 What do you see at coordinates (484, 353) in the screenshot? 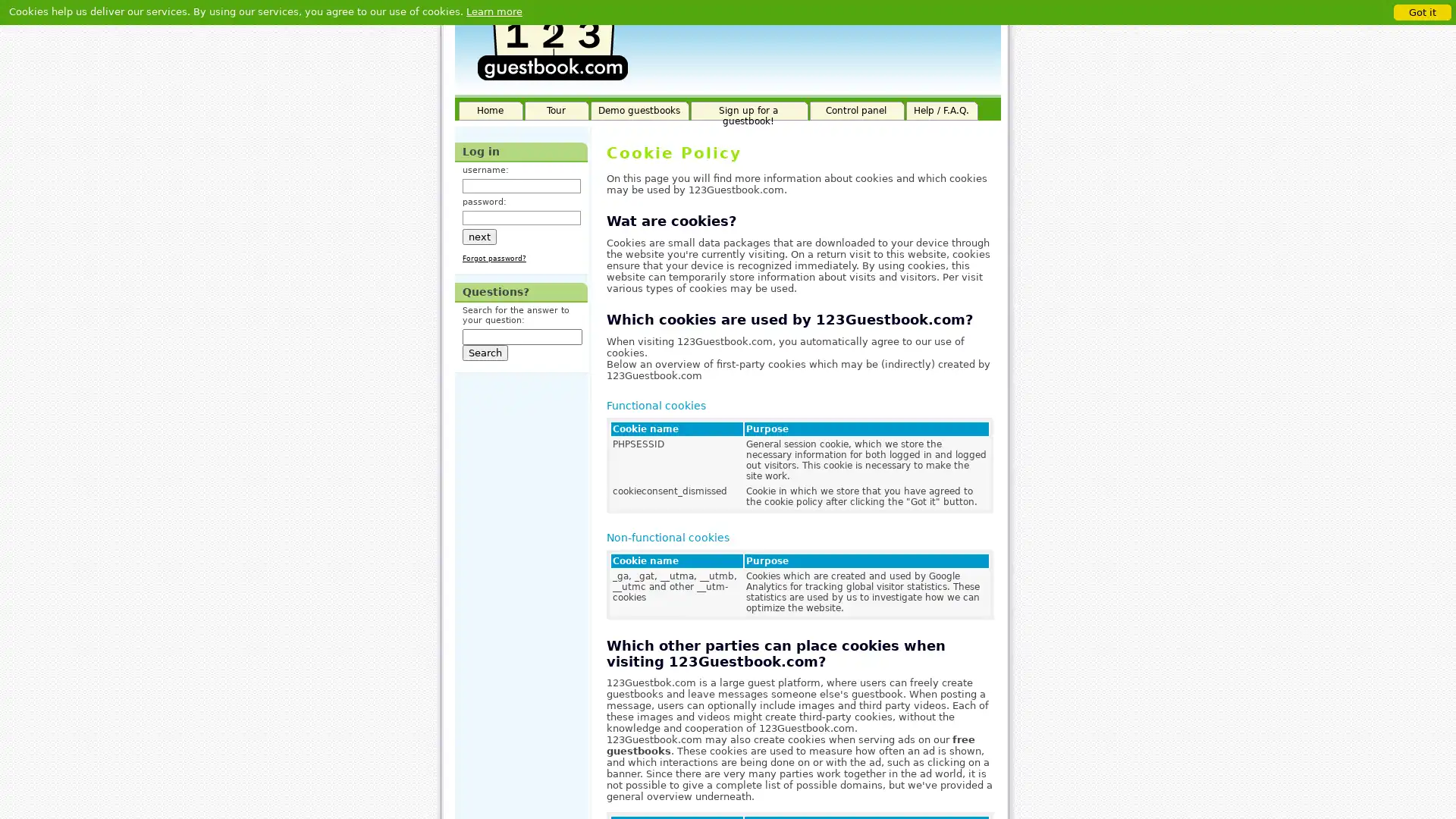
I see `Search` at bounding box center [484, 353].